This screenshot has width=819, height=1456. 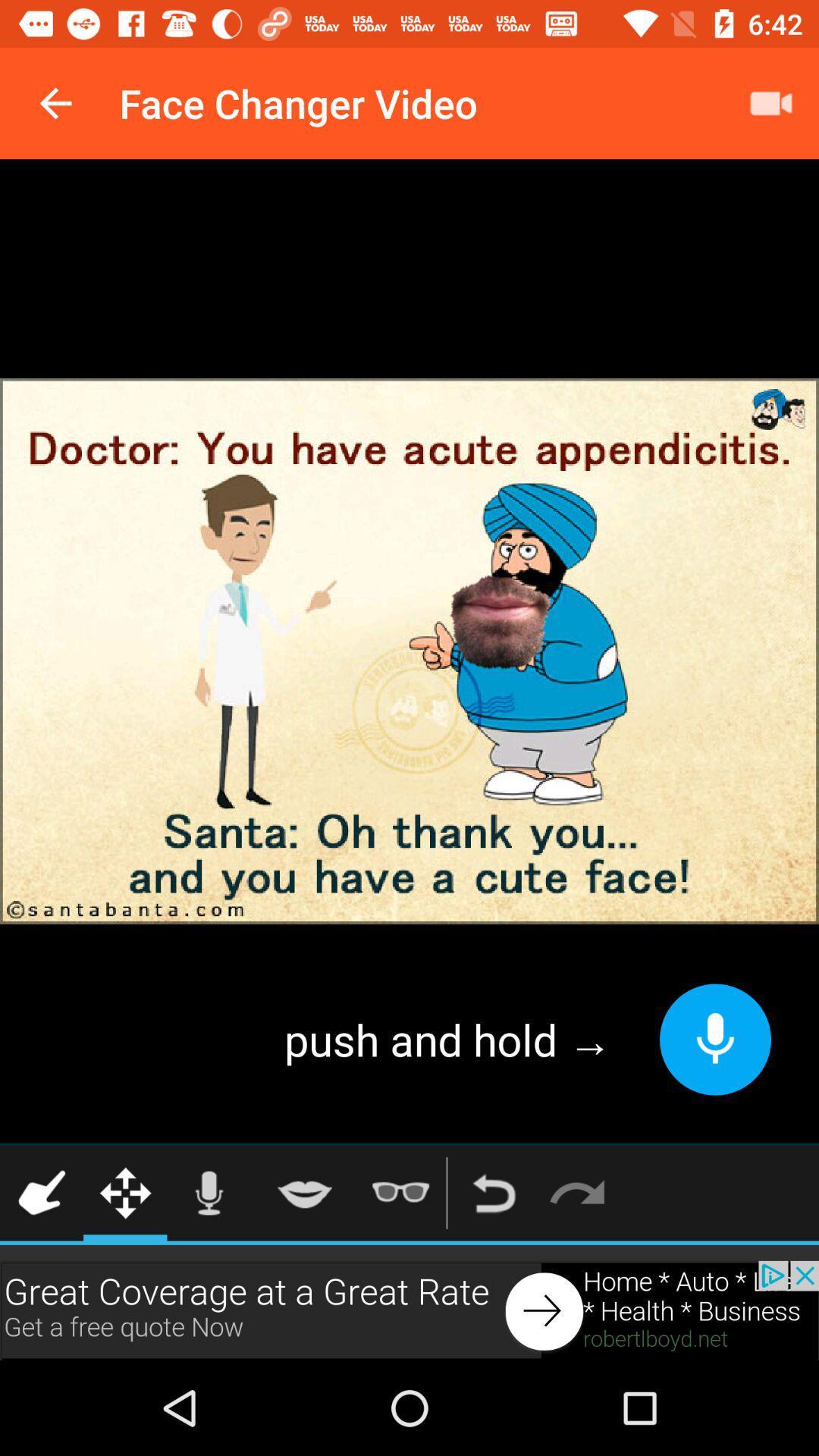 What do you see at coordinates (409, 1310) in the screenshot?
I see `advertisement` at bounding box center [409, 1310].